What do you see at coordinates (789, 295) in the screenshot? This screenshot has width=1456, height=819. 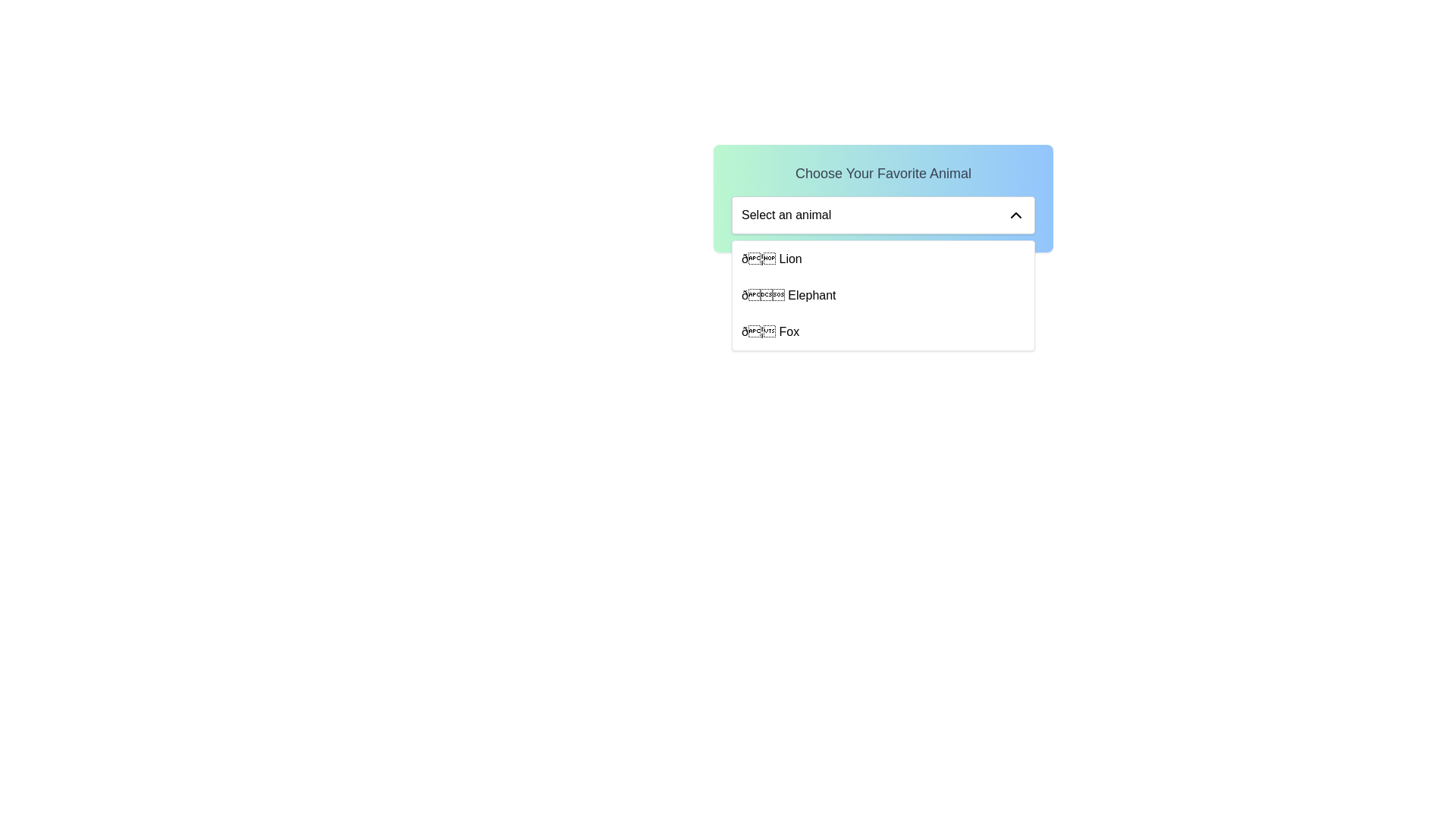 I see `to select the dropdown menu option labeled '🐘 Elephant', which is the second option in the list under 'Choose Your Favorite Animal'` at bounding box center [789, 295].